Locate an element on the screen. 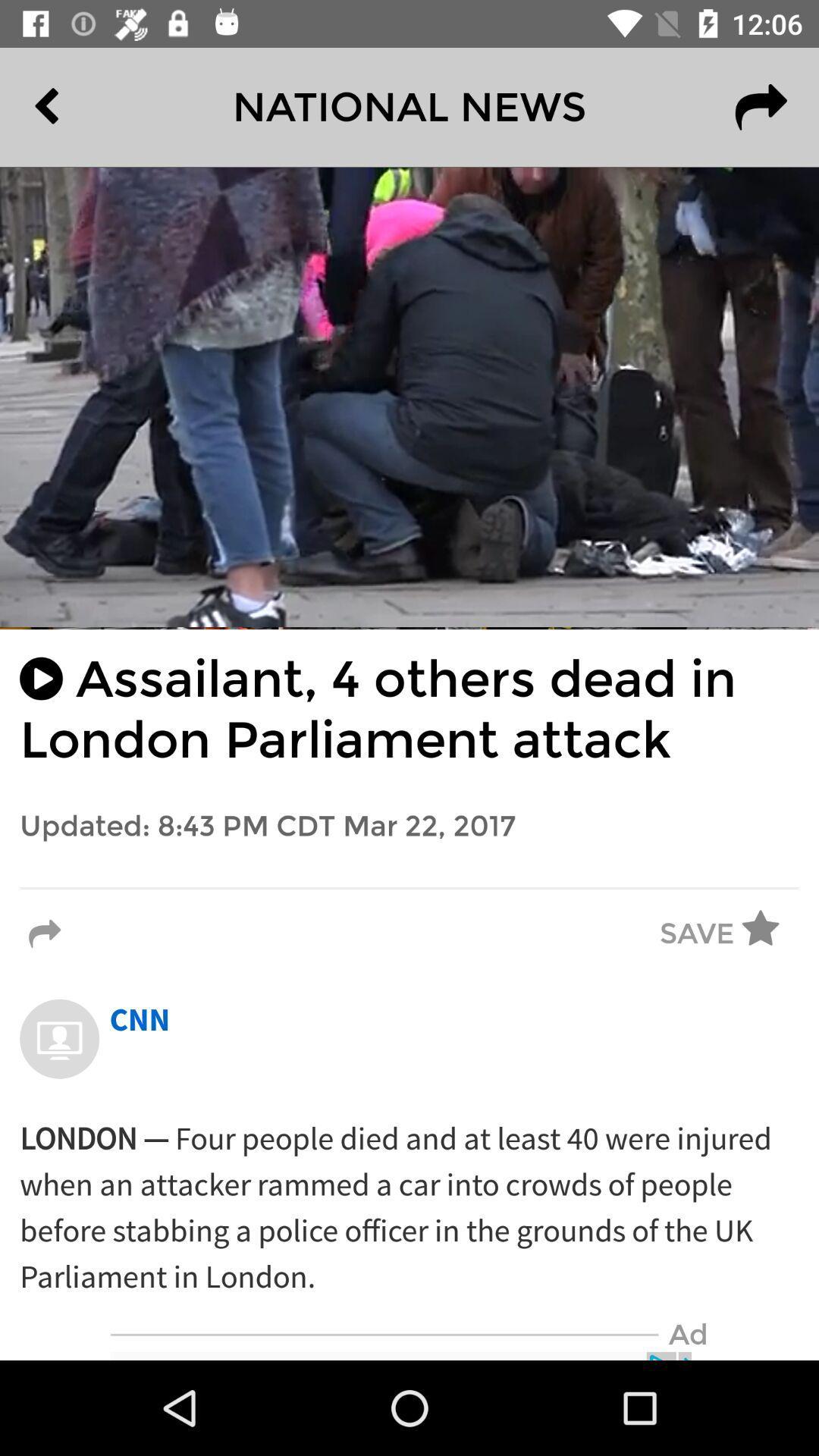 This screenshot has height=1456, width=819. the symbol which is right hand side of the text national news is located at coordinates (761, 106).